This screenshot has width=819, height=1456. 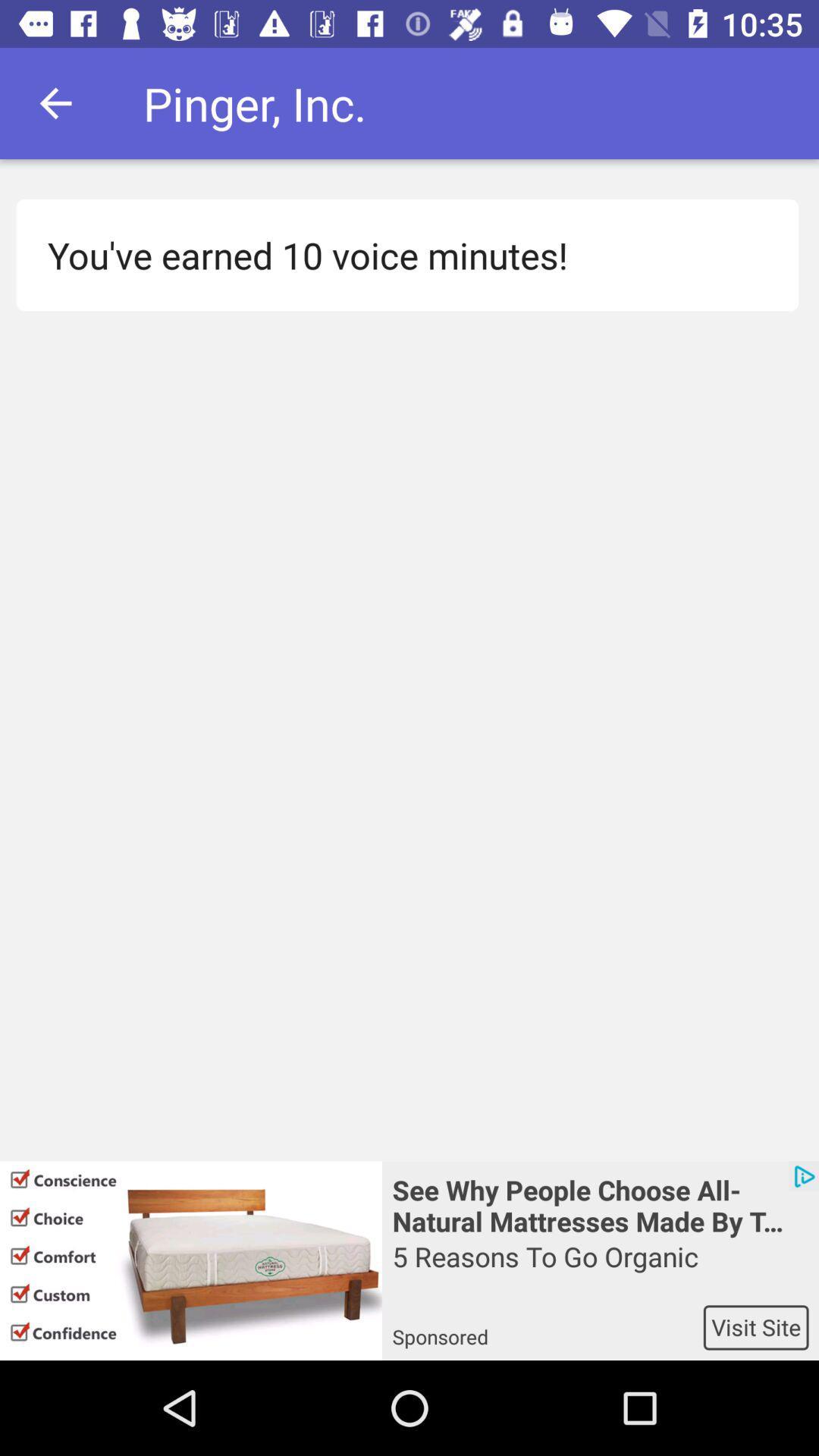 I want to click on the item below the you ve earned item, so click(x=599, y=1203).